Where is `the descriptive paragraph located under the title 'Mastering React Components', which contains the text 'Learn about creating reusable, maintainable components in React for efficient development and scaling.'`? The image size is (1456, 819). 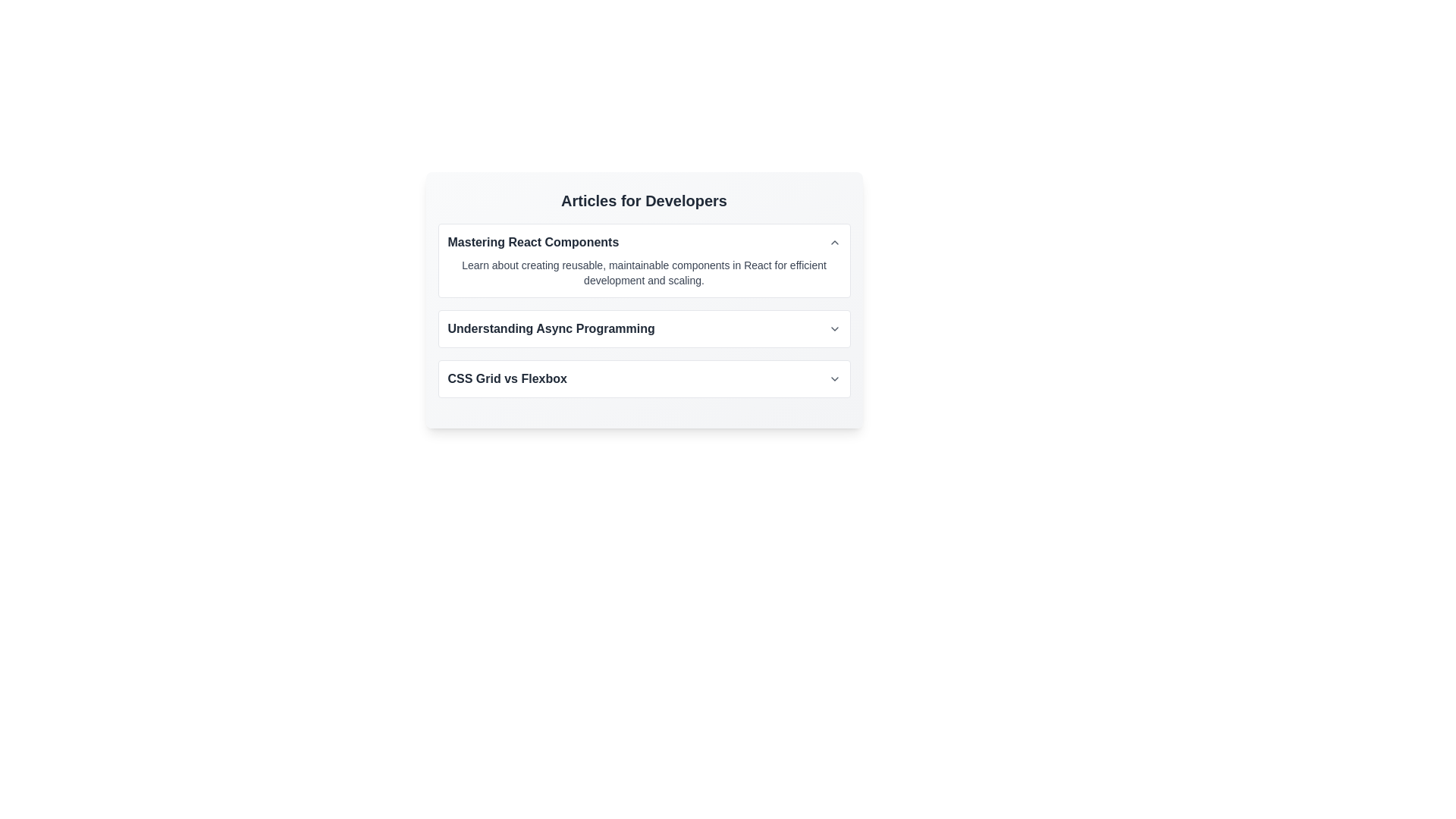
the descriptive paragraph located under the title 'Mastering React Components', which contains the text 'Learn about creating reusable, maintainable components in React for efficient development and scaling.' is located at coordinates (644, 271).